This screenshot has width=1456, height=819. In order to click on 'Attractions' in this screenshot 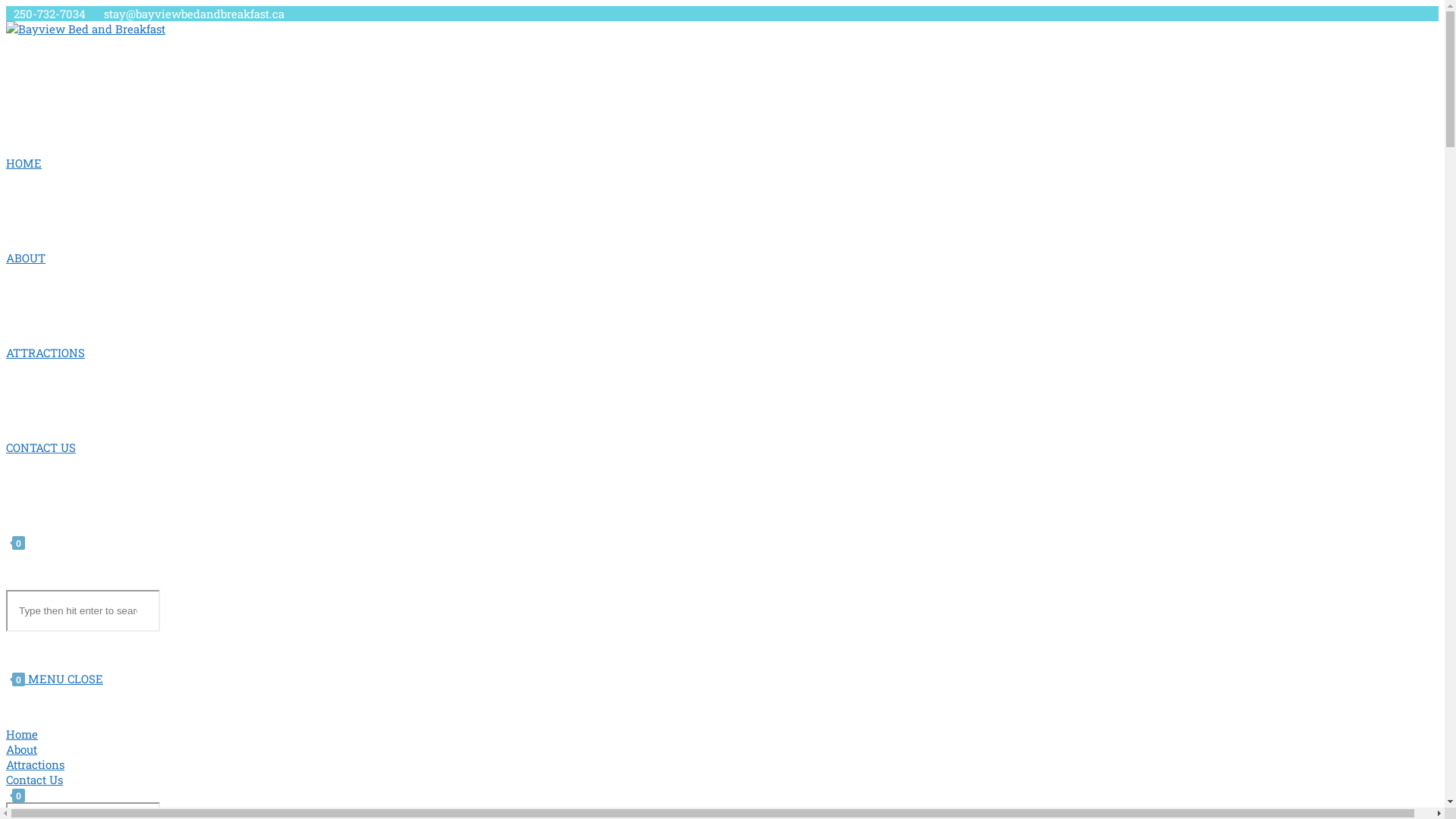, I will do `click(35, 764)`.